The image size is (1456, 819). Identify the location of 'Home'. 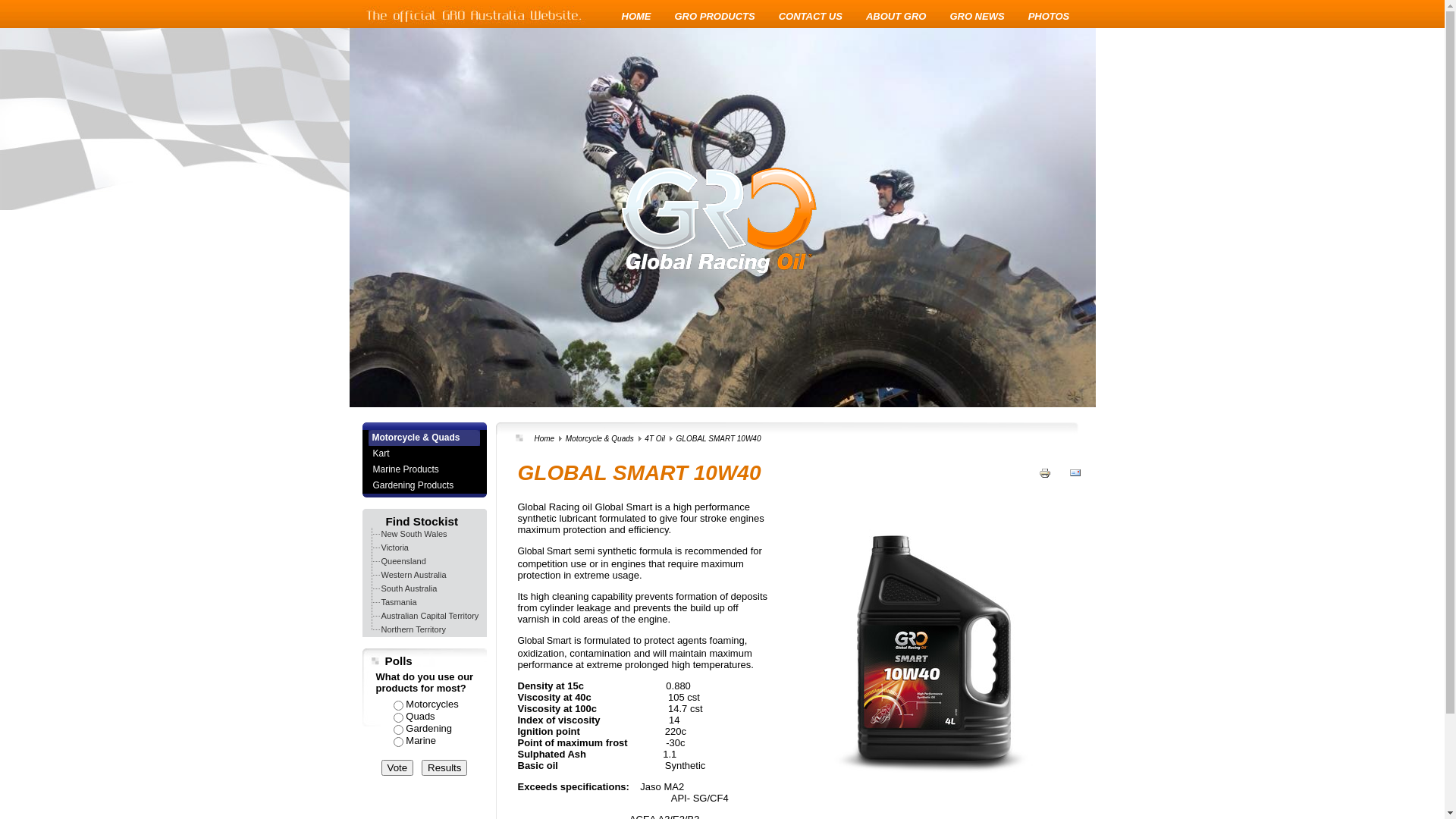
(534, 438).